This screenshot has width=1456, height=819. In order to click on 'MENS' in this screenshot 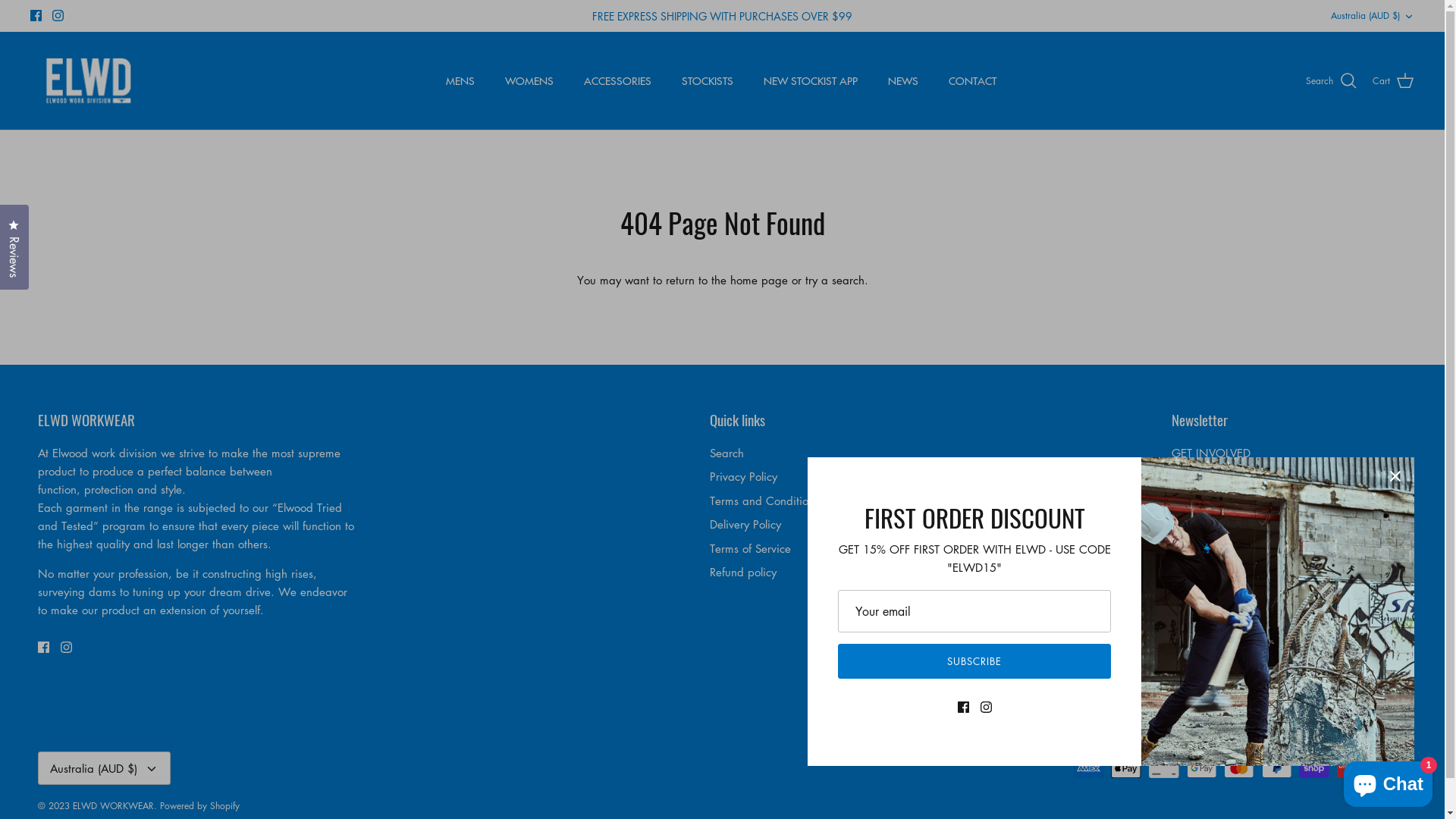, I will do `click(459, 80)`.